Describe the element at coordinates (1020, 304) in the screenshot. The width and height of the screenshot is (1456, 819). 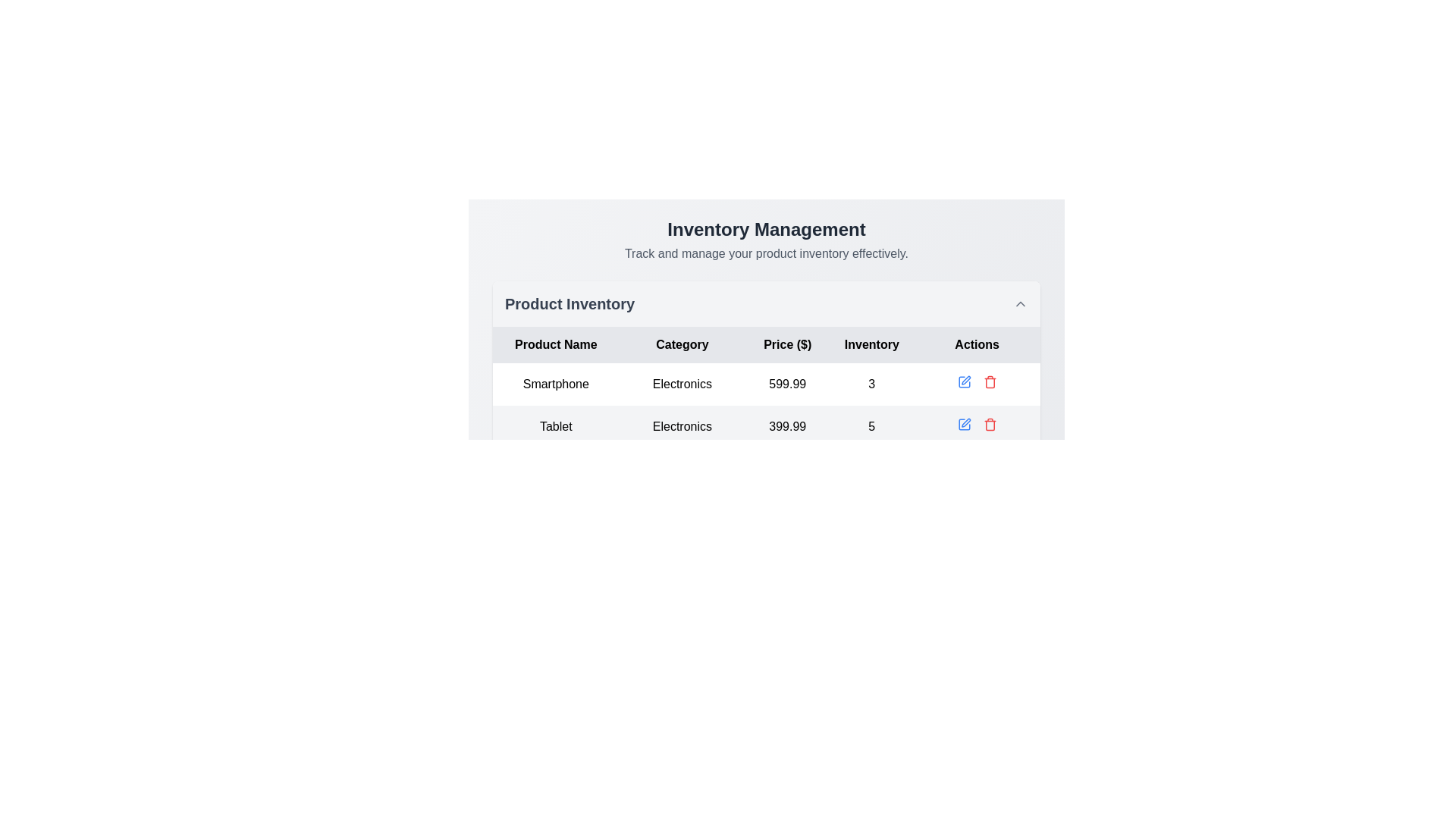
I see `the chevron icon button in the top-right corner of the 'Product Inventory' card` at that location.